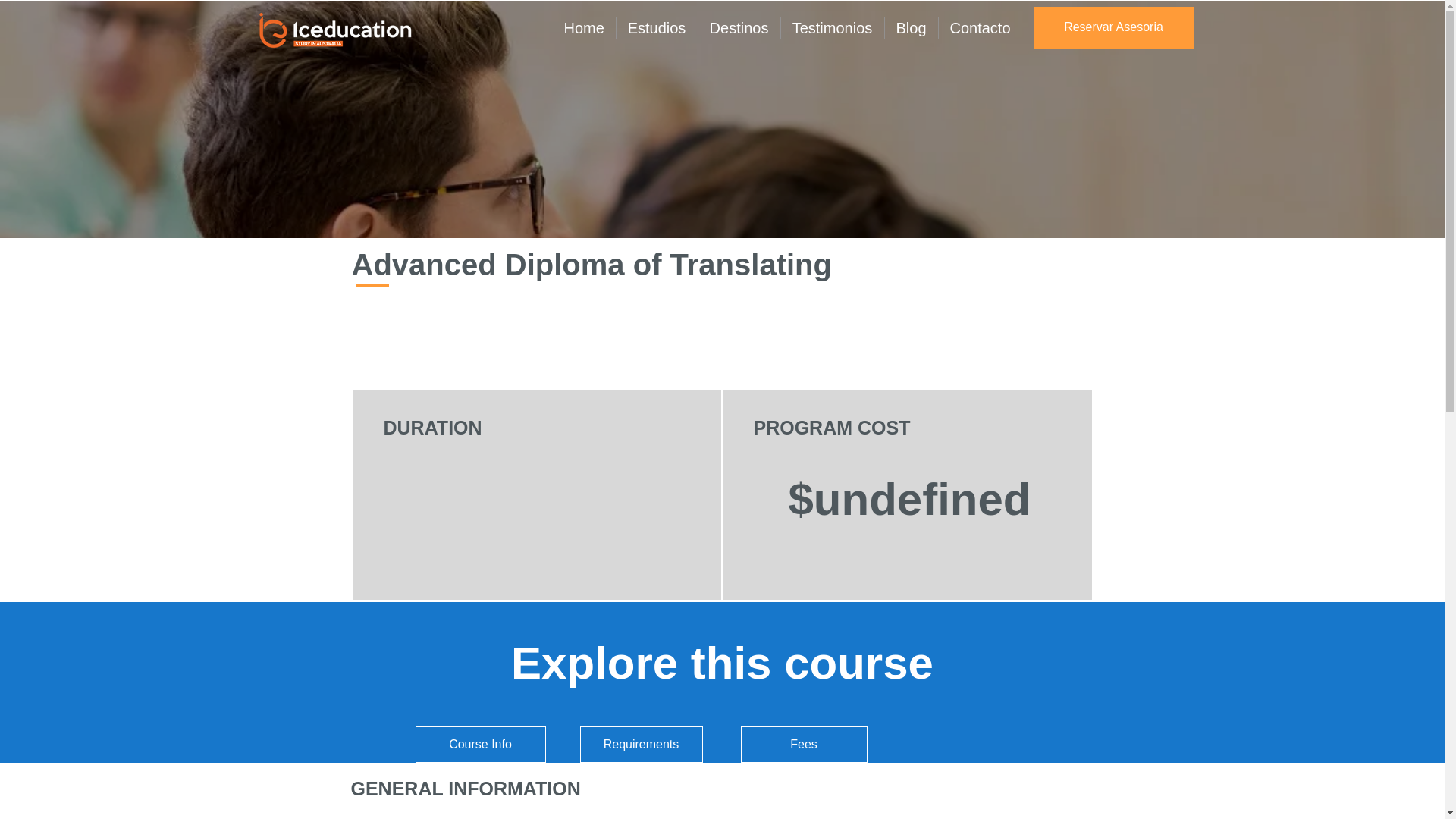 Image resolution: width=1456 pixels, height=819 pixels. What do you see at coordinates (656, 28) in the screenshot?
I see `'Estudios'` at bounding box center [656, 28].